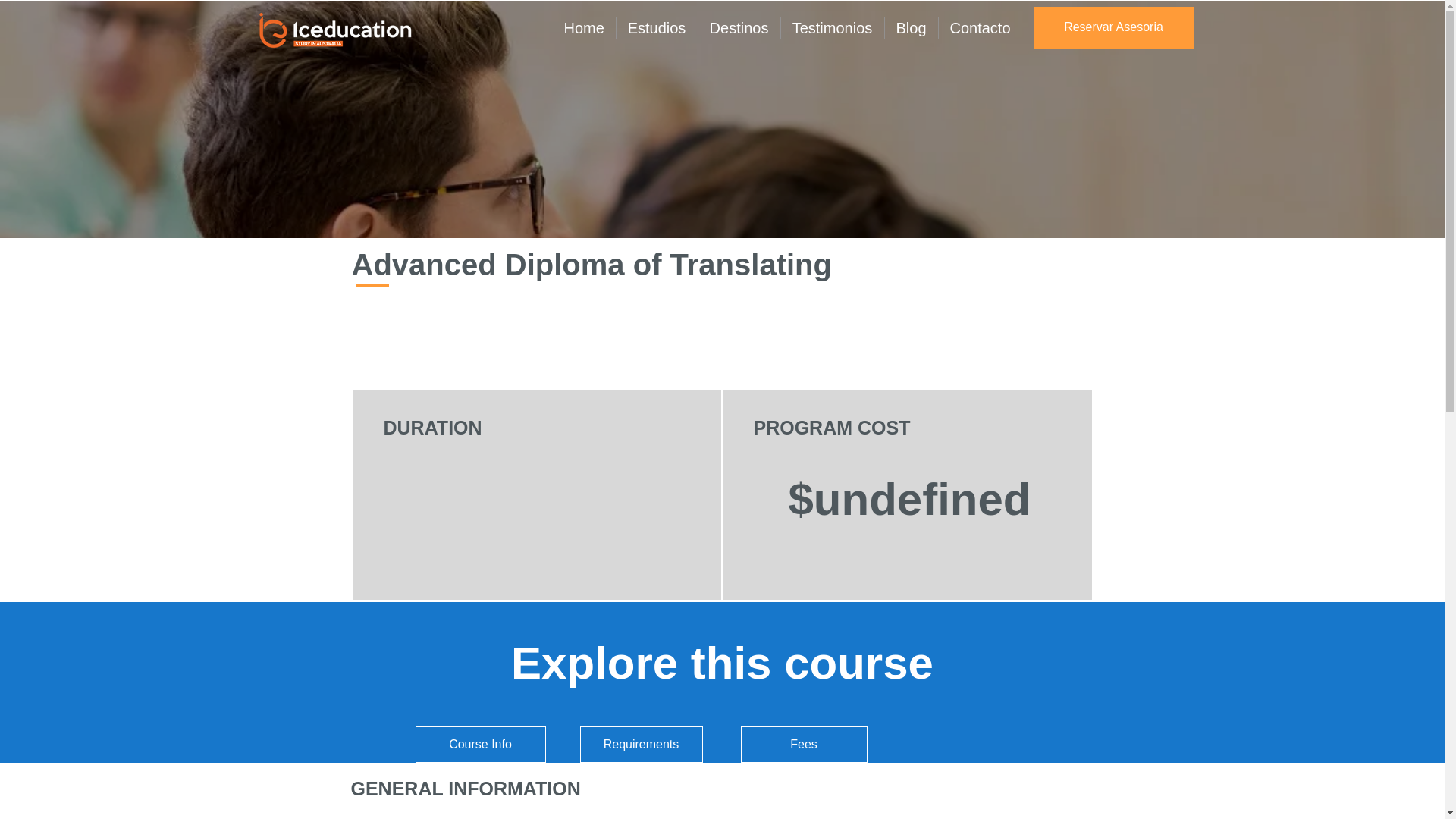 Image resolution: width=1456 pixels, height=819 pixels. What do you see at coordinates (656, 28) in the screenshot?
I see `'Estudios'` at bounding box center [656, 28].